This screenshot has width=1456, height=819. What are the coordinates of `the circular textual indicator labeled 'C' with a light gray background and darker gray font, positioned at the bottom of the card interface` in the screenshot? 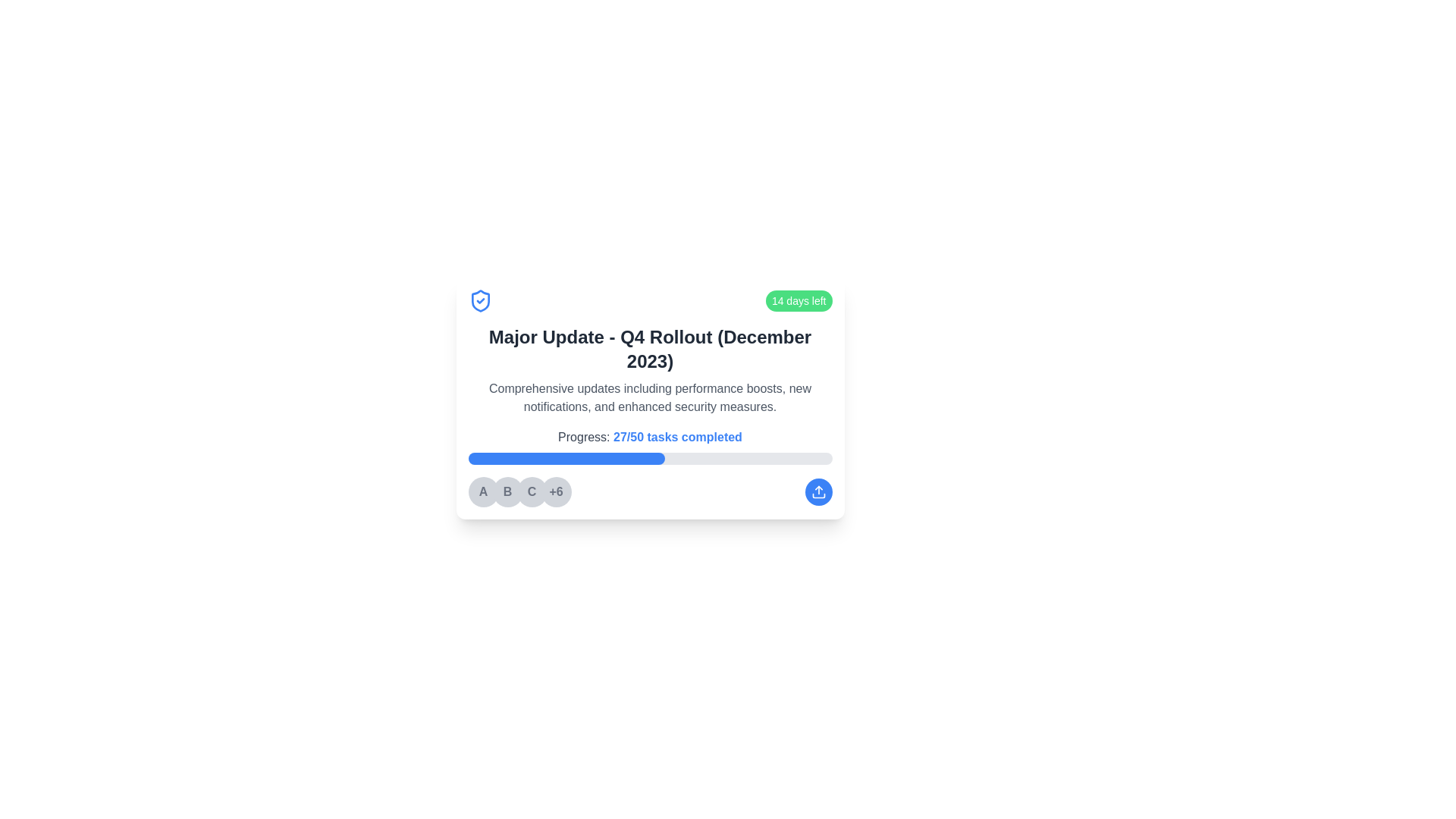 It's located at (532, 491).